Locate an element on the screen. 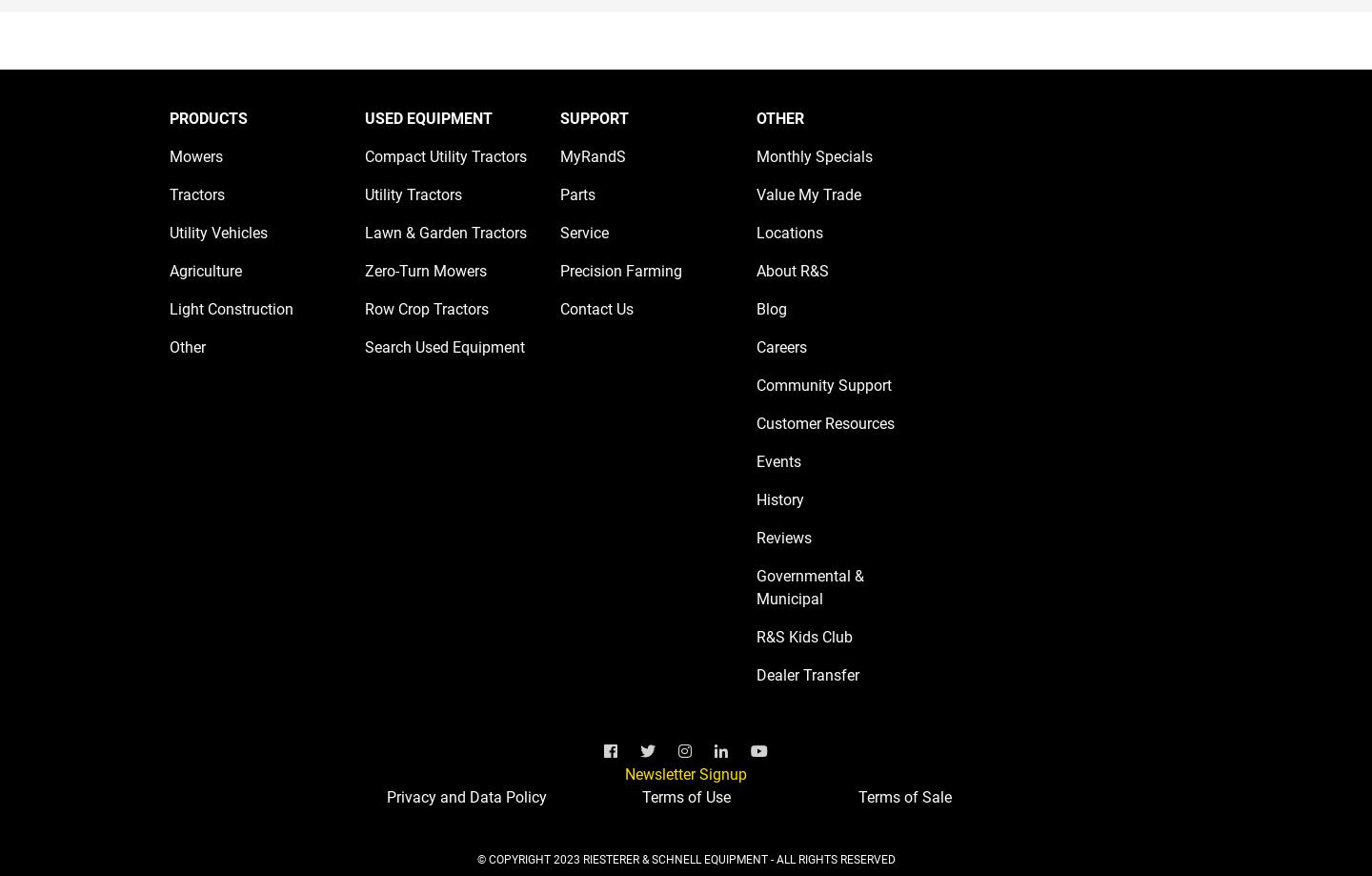 The width and height of the screenshot is (1372, 876). 'Light Construction' is located at coordinates (230, 308).